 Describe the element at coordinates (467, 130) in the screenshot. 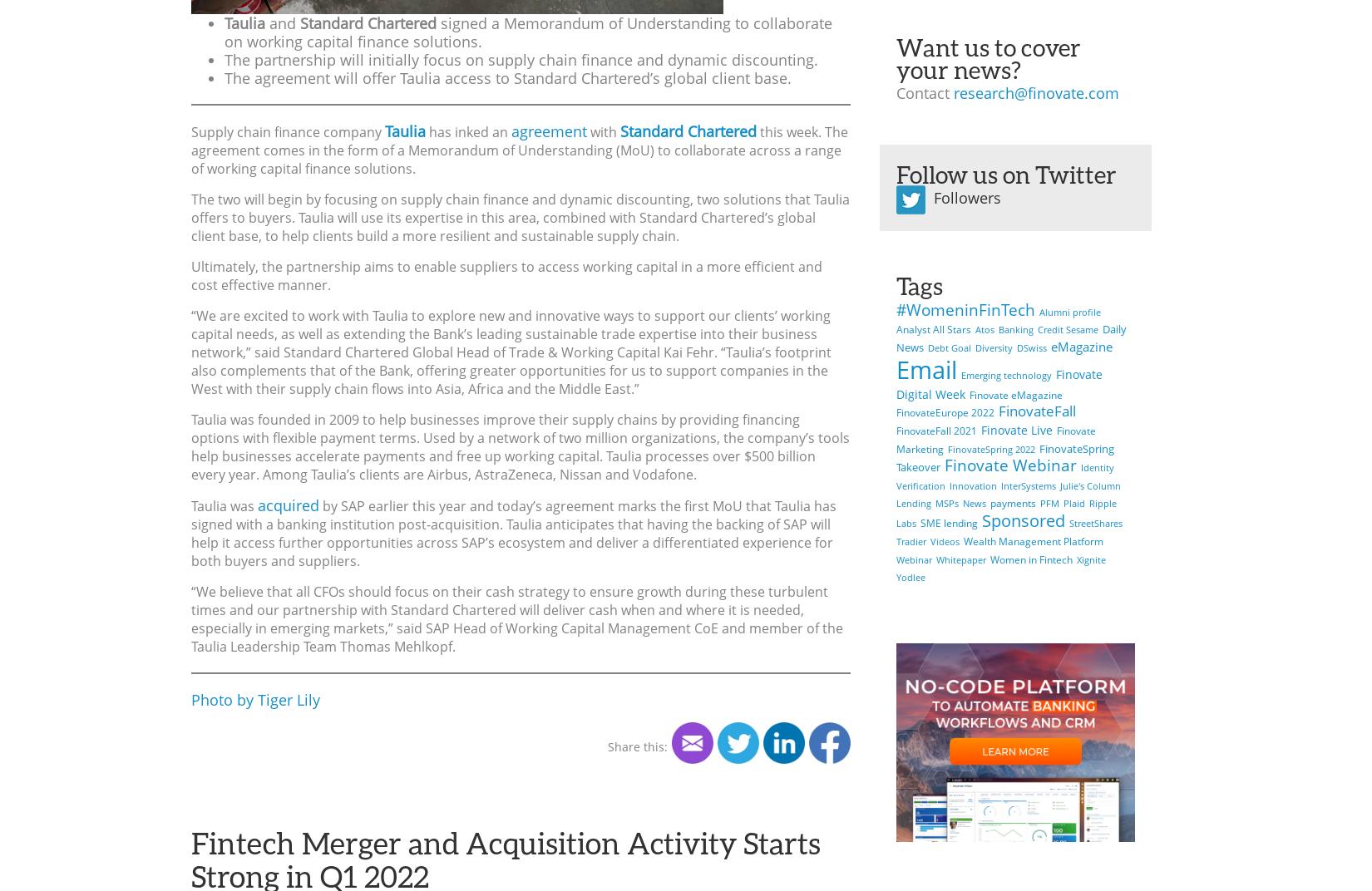

I see `'has inked an'` at that location.